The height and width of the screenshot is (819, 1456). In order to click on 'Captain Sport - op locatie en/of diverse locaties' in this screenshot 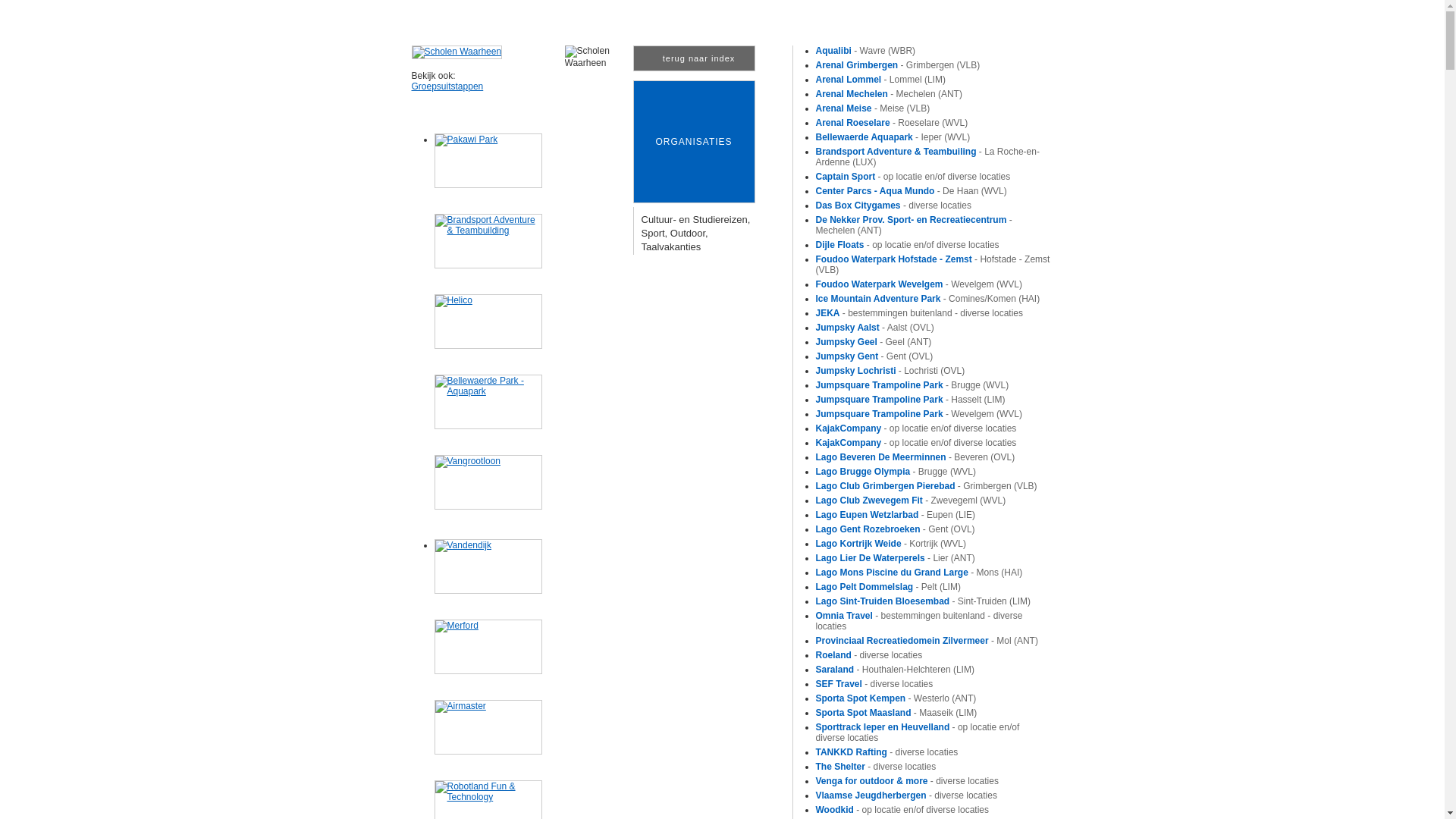, I will do `click(912, 175)`.